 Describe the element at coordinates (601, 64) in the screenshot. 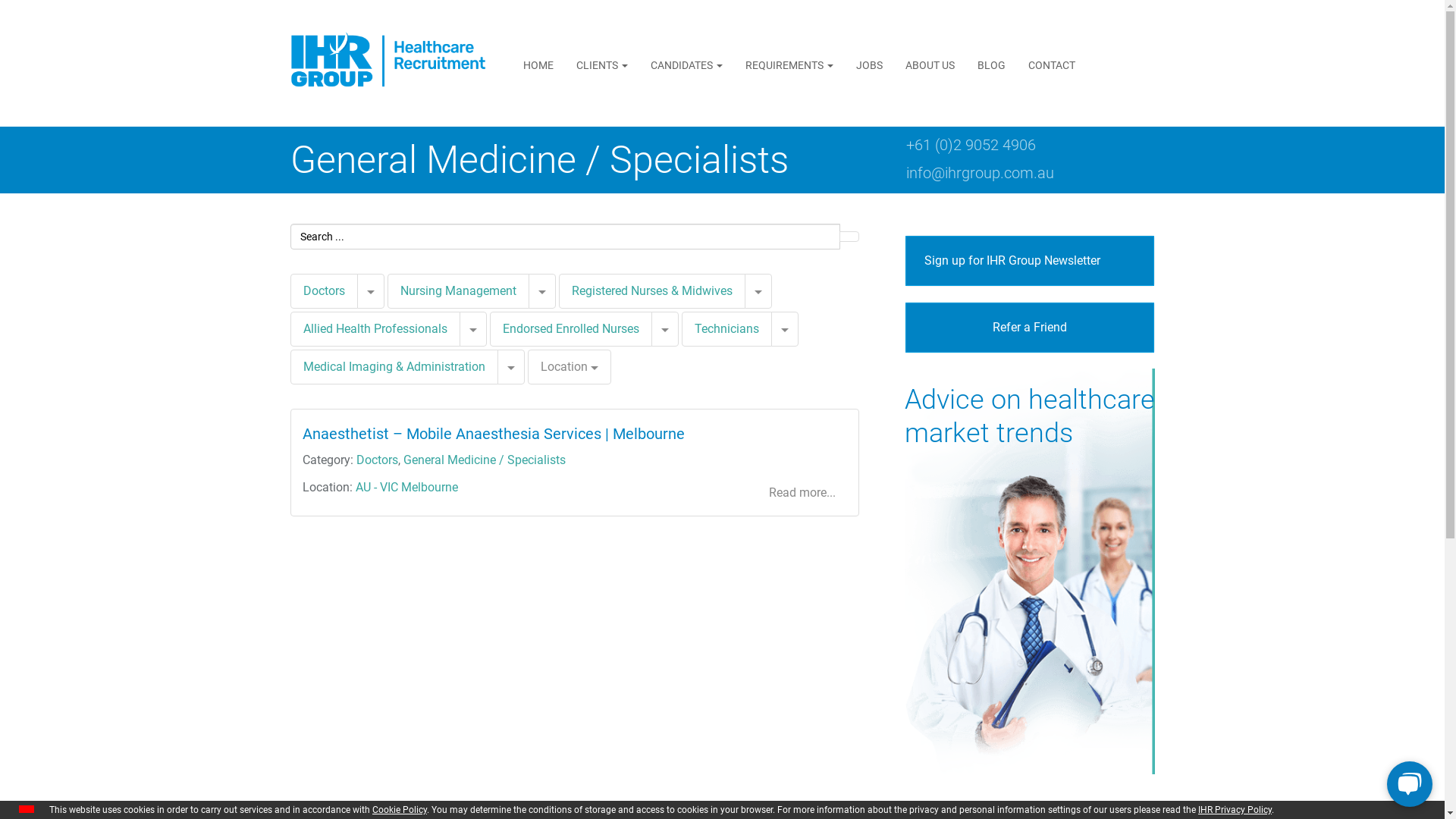

I see `'CLIENTS'` at that location.